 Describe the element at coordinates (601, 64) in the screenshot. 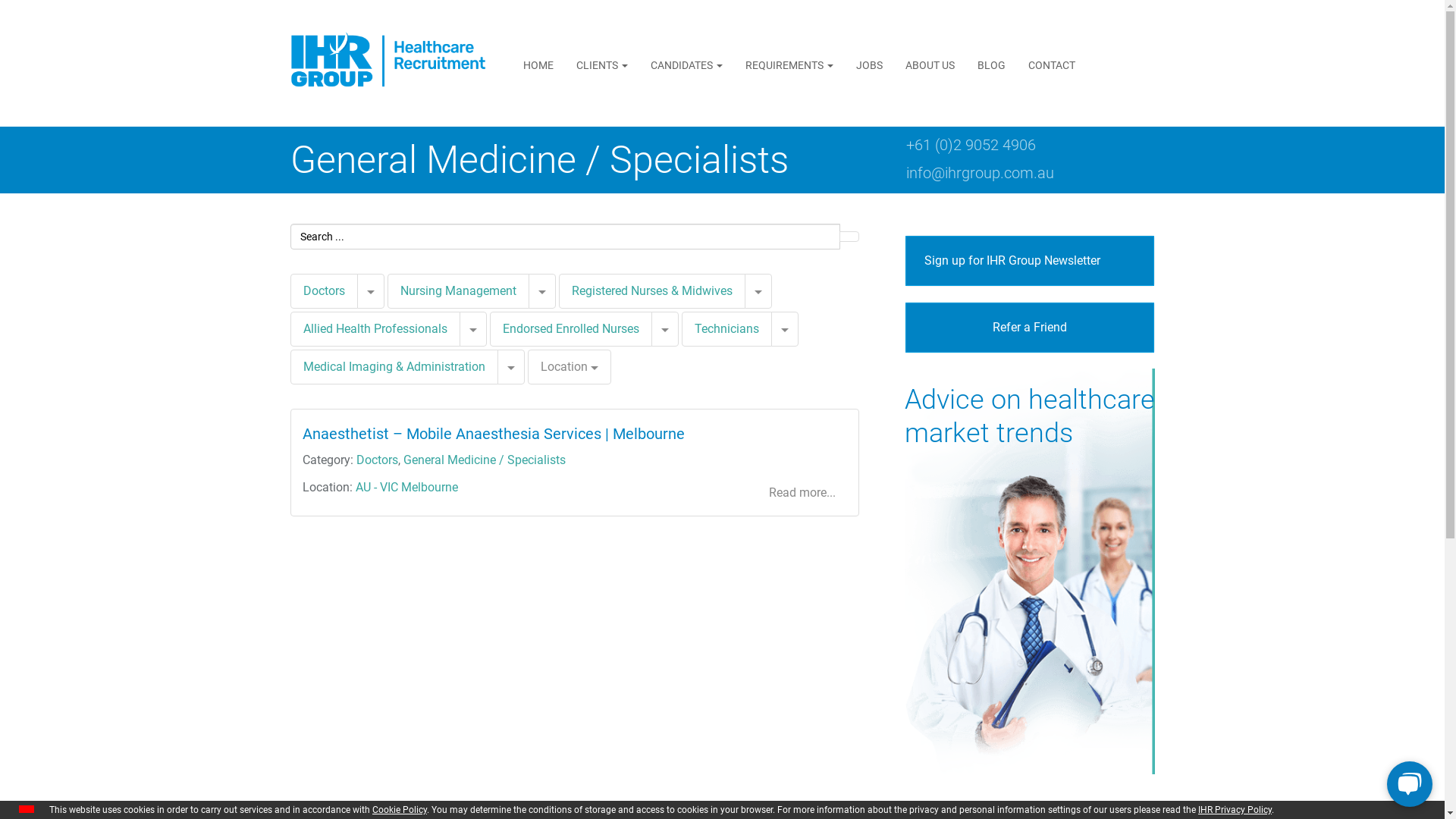

I see `'CLIENTS'` at that location.